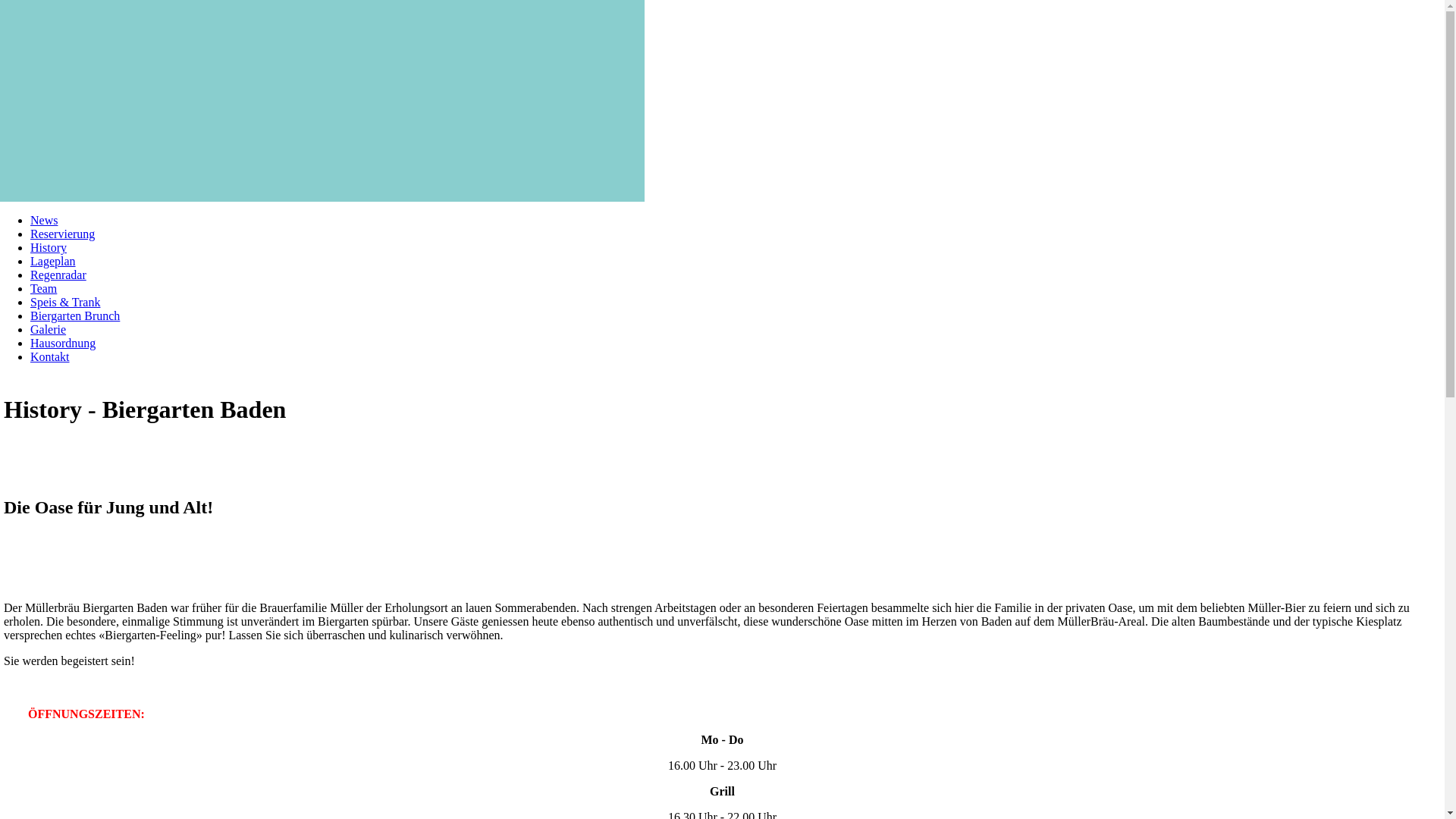 The image size is (1456, 819). Describe the element at coordinates (43, 220) in the screenshot. I see `'News'` at that location.